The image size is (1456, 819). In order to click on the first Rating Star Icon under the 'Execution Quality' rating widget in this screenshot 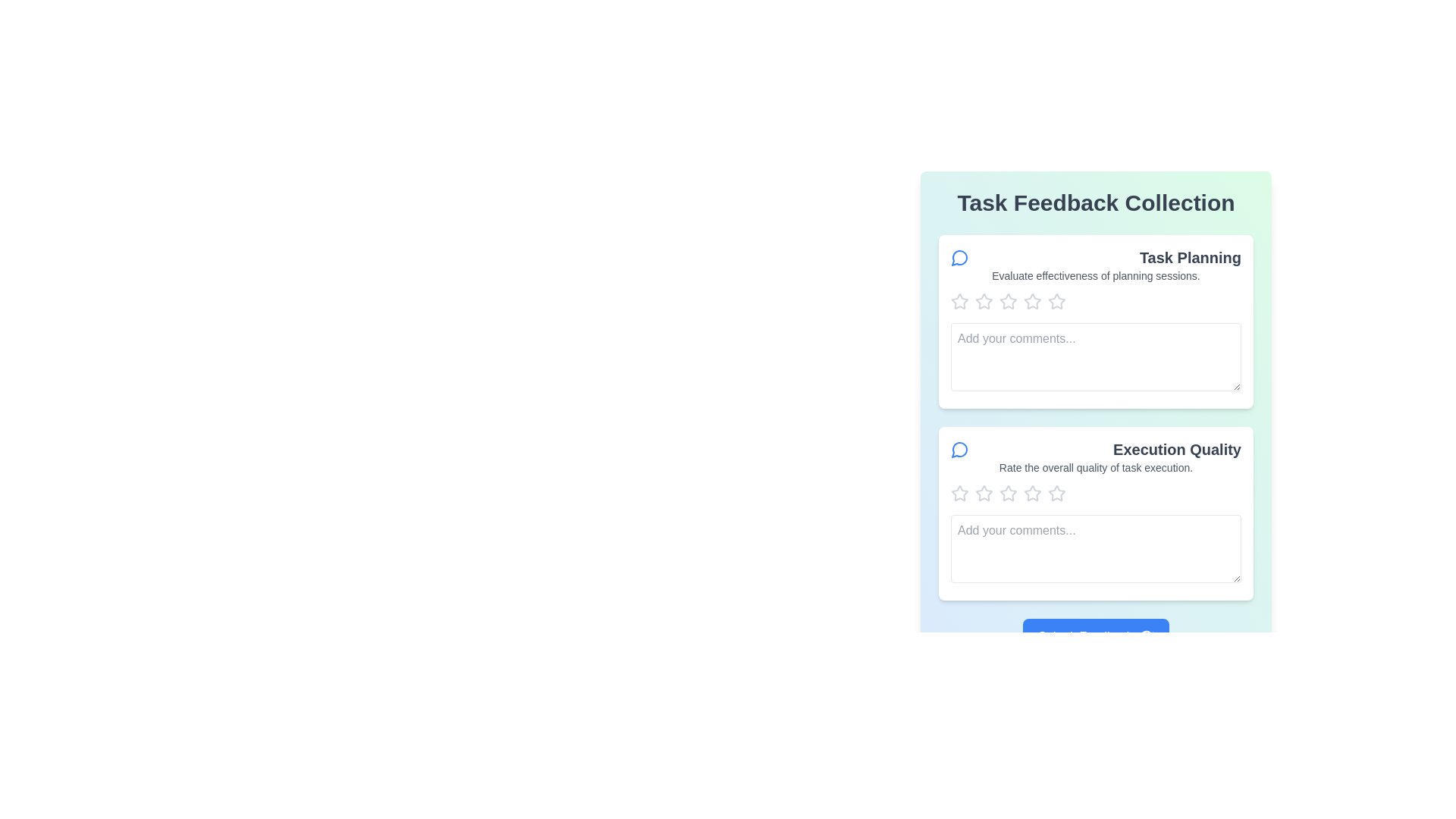, I will do `click(959, 493)`.